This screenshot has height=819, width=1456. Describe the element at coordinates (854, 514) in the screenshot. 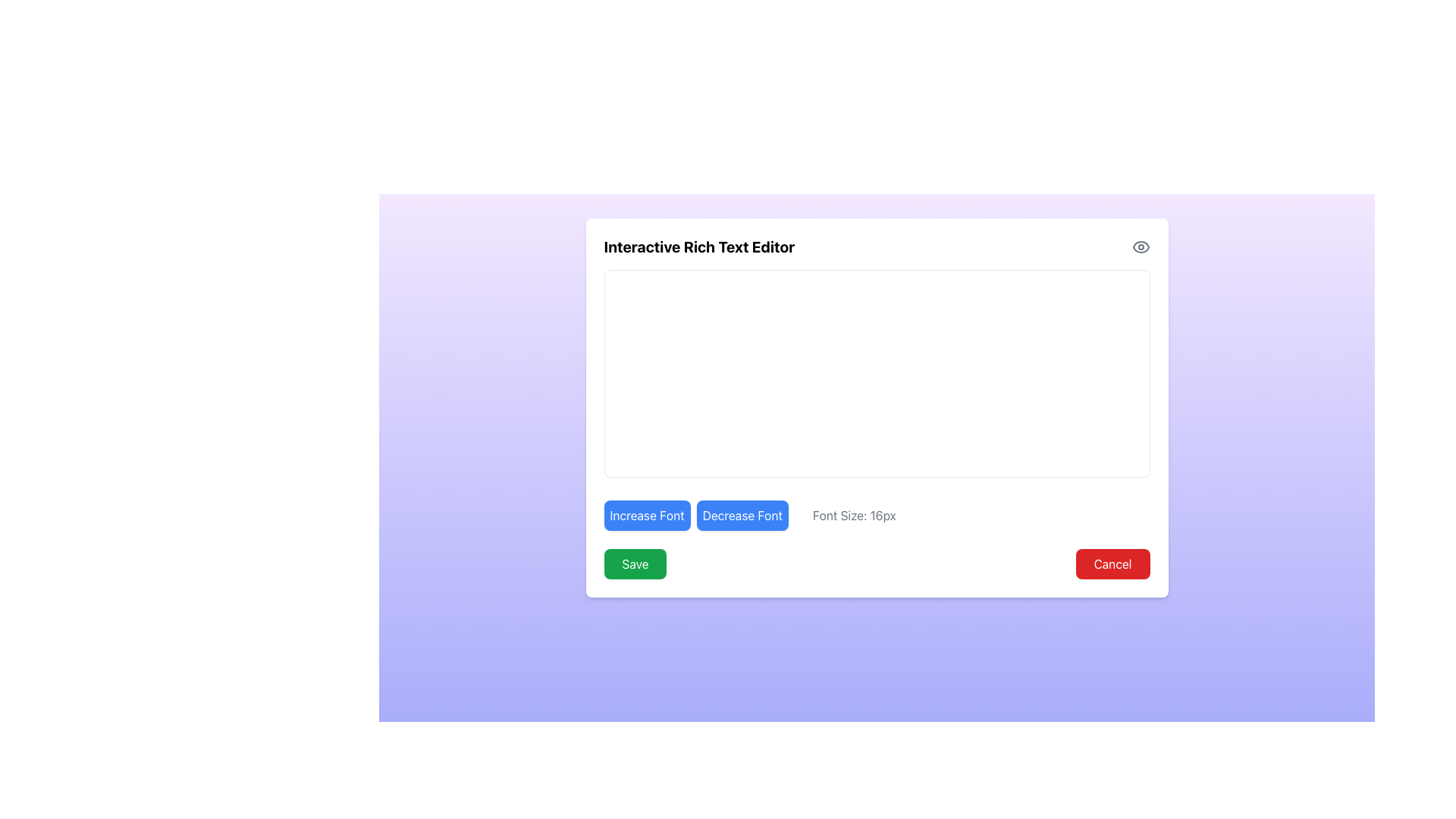

I see `the Text Display element that shows the current font size, located to the right of the 'Increase Font' and 'Decrease Font' buttons` at that location.